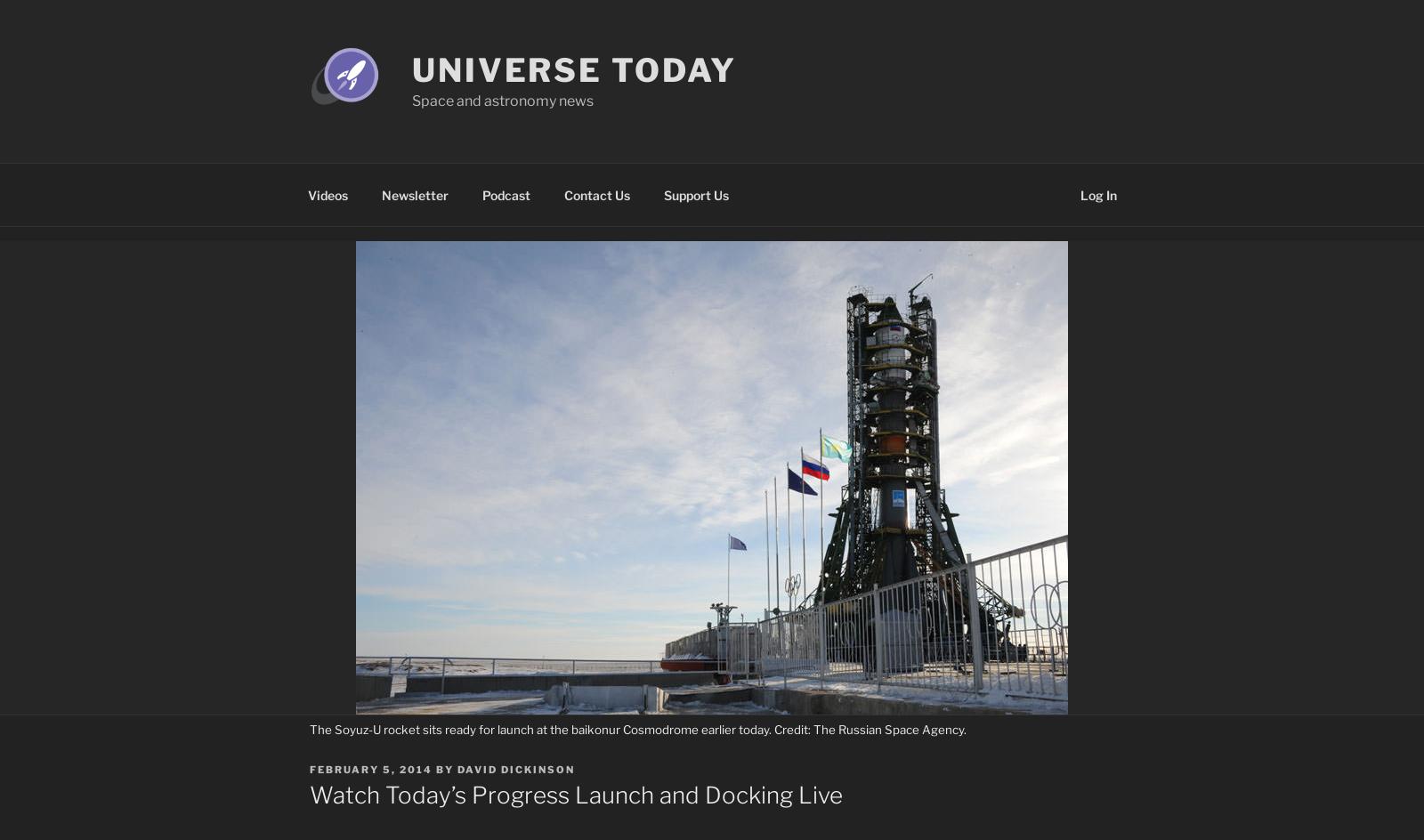 Image resolution: width=1424 pixels, height=840 pixels. What do you see at coordinates (1078, 193) in the screenshot?
I see `'Log in'` at bounding box center [1078, 193].